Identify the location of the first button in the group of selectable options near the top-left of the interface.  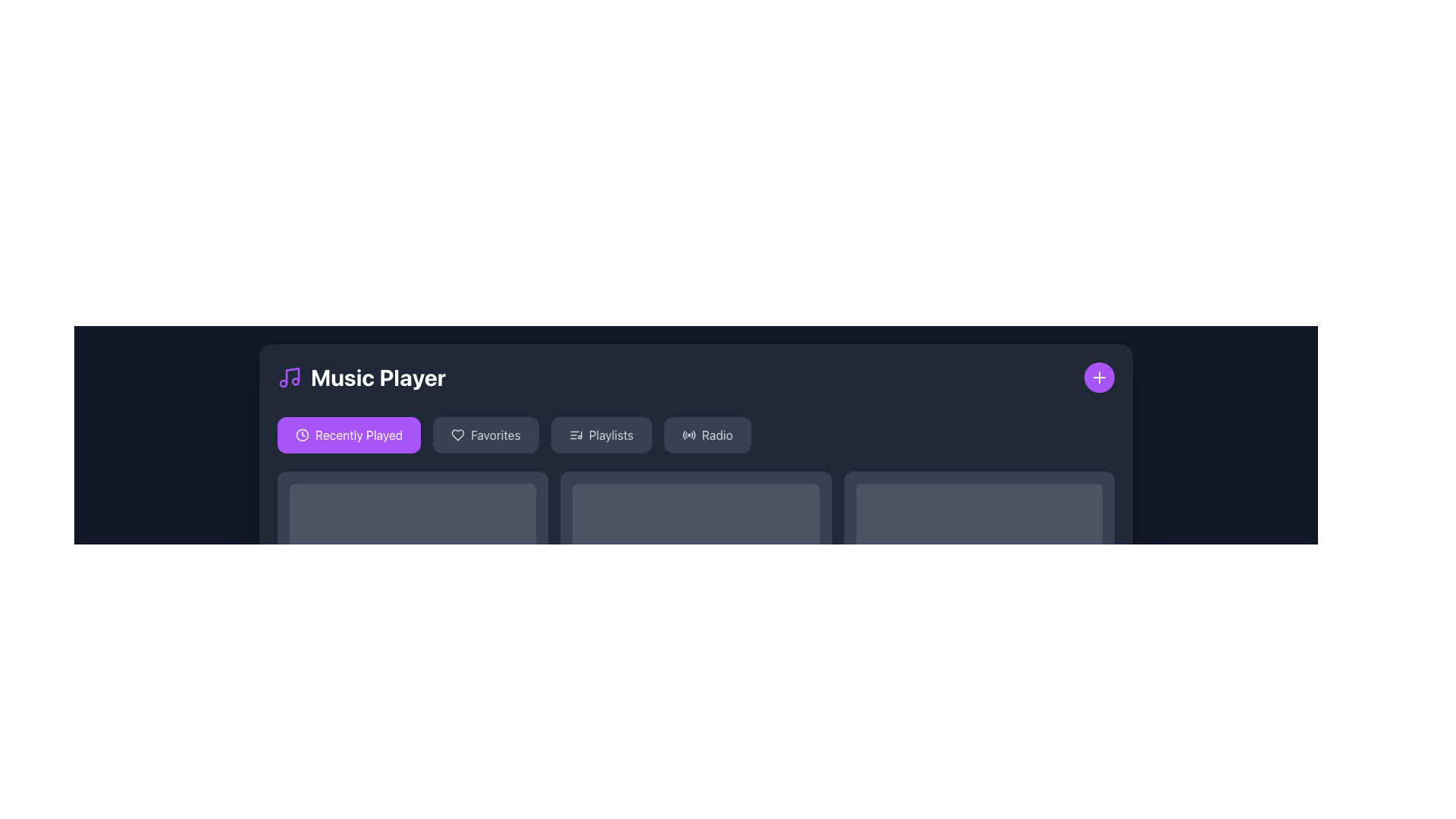
(348, 435).